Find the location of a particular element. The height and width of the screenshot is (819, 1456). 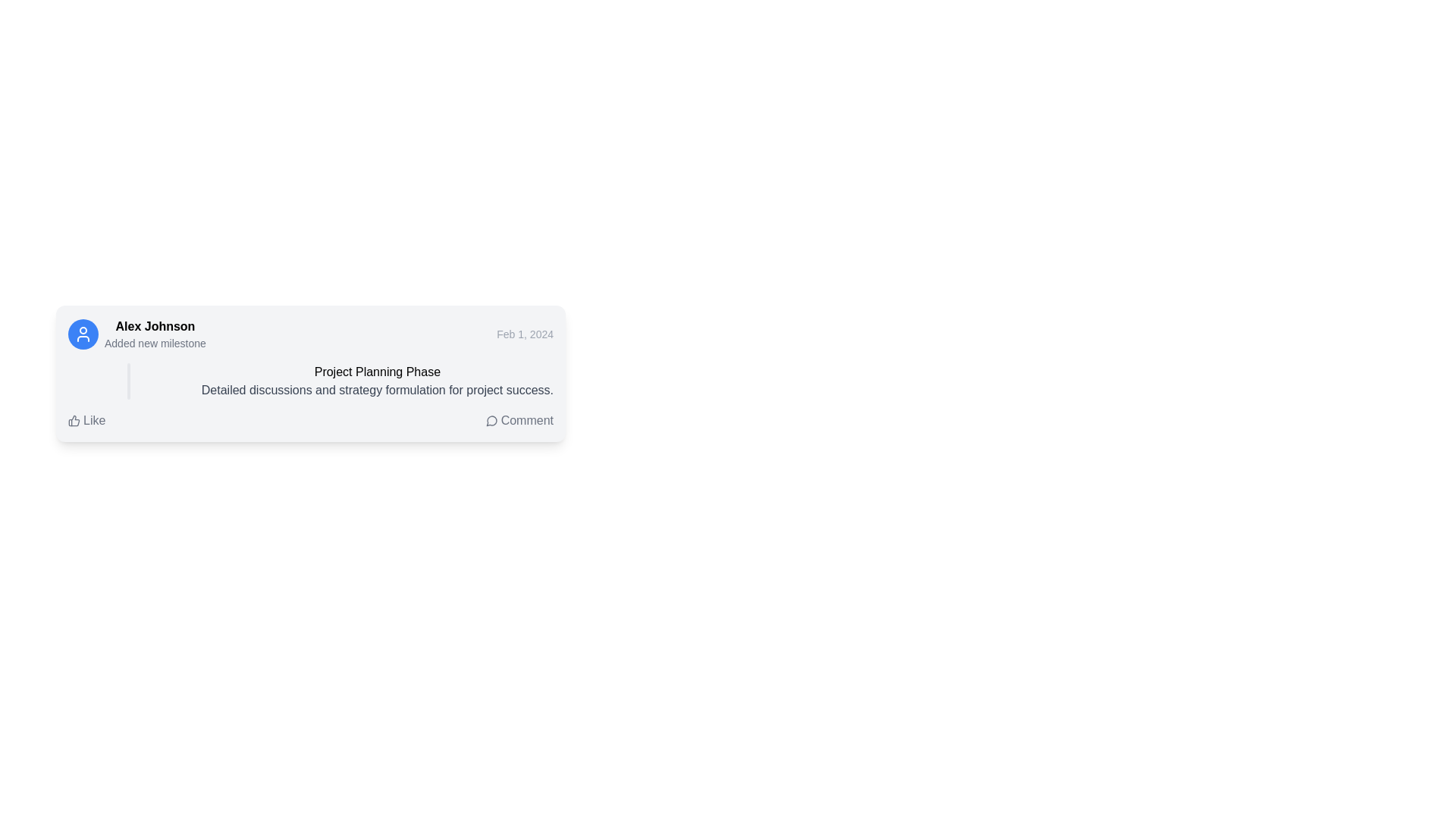

the comment icon located in the user activity card, positioned adjacent to the 'Comment' button, at the bottom-right of the card is located at coordinates (491, 421).